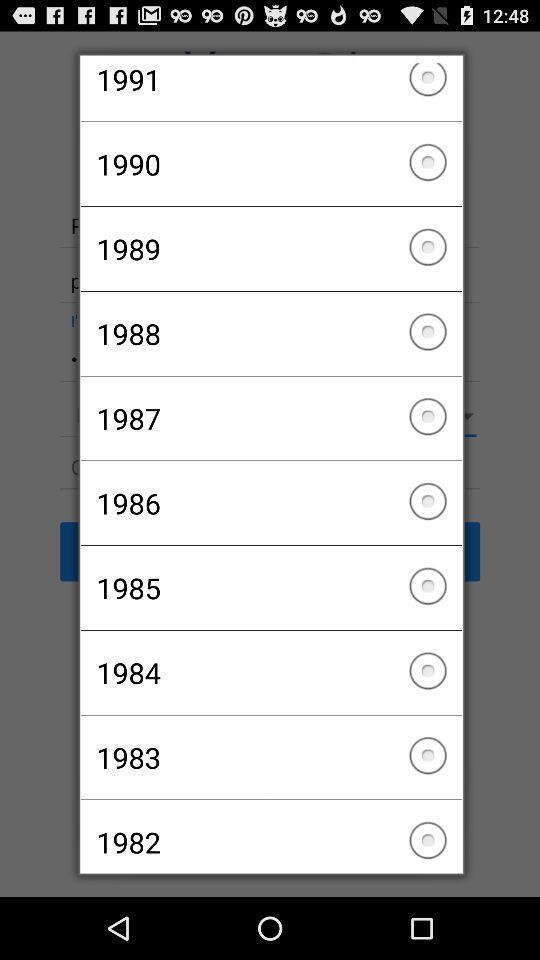 Image resolution: width=540 pixels, height=960 pixels. I want to click on 1982 icon, so click(270, 833).